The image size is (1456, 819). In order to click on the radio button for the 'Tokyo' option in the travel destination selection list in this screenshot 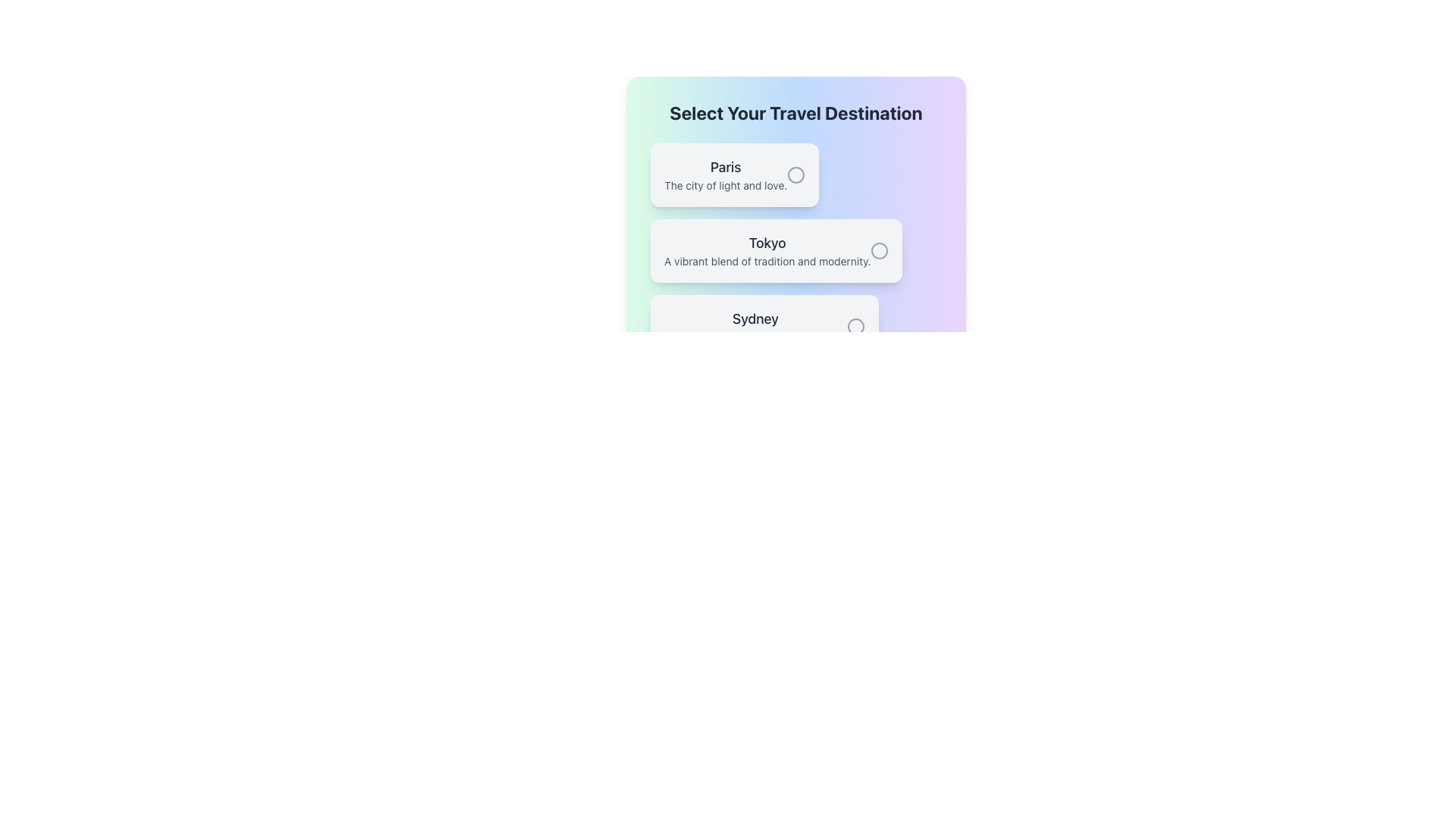, I will do `click(880, 250)`.